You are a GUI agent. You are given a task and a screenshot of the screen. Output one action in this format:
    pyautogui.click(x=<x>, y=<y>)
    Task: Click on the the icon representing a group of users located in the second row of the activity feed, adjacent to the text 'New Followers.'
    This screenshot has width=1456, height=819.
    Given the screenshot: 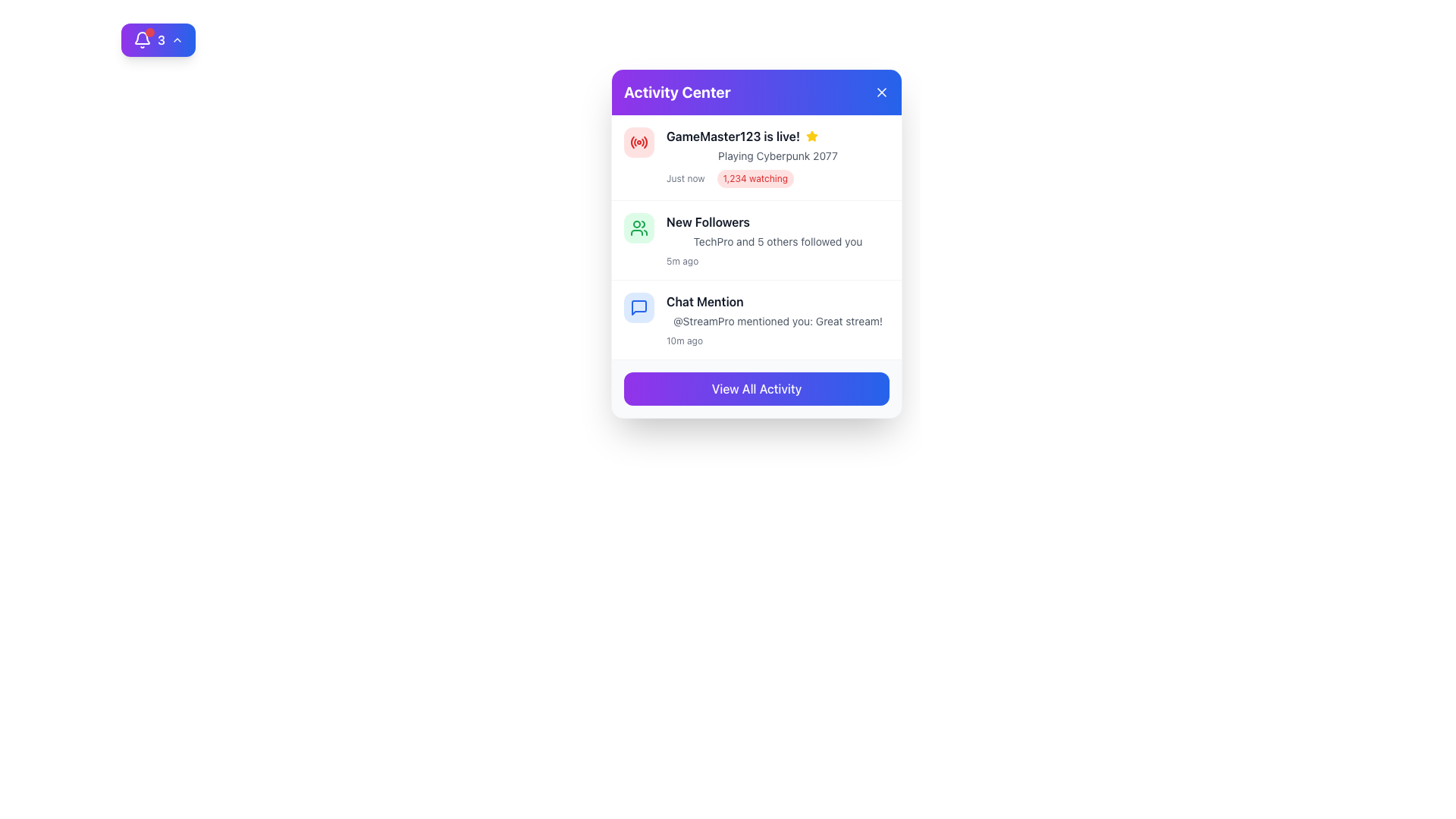 What is the action you would take?
    pyautogui.click(x=639, y=227)
    